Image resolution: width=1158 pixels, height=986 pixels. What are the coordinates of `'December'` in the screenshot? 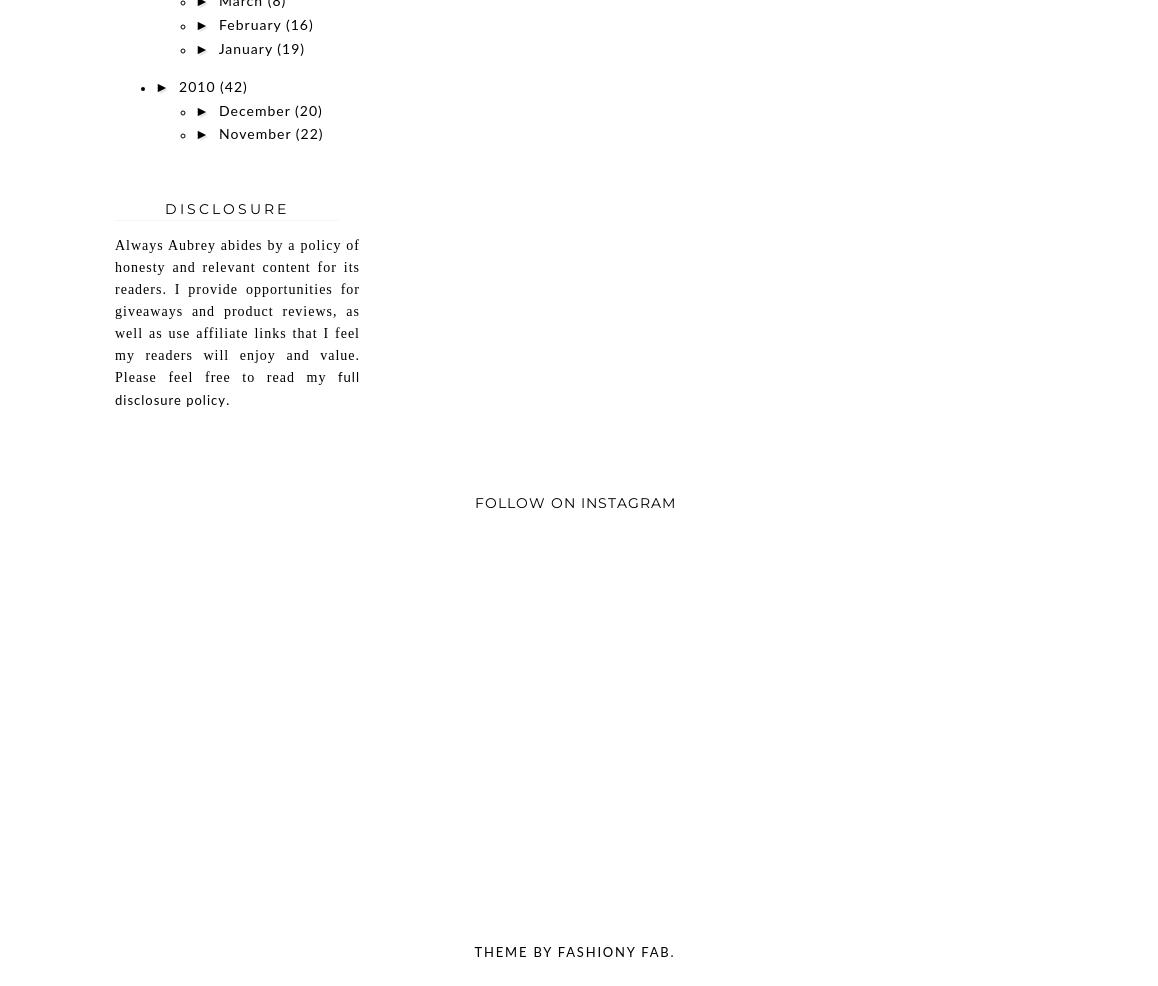 It's located at (255, 111).